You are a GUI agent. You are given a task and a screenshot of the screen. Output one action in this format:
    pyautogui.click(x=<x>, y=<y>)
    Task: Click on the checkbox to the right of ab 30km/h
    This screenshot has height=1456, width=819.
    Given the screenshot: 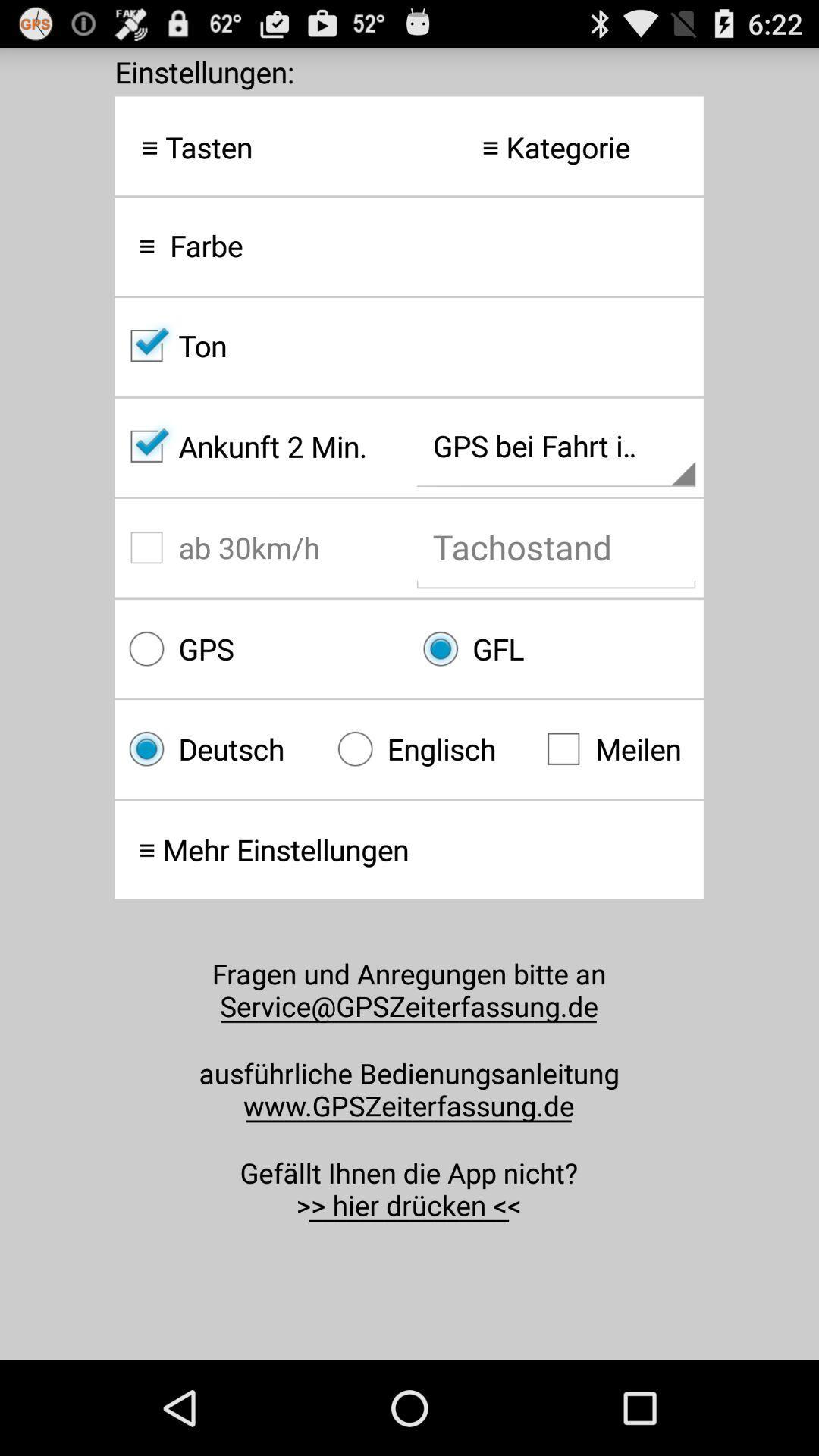 What is the action you would take?
    pyautogui.click(x=556, y=648)
    